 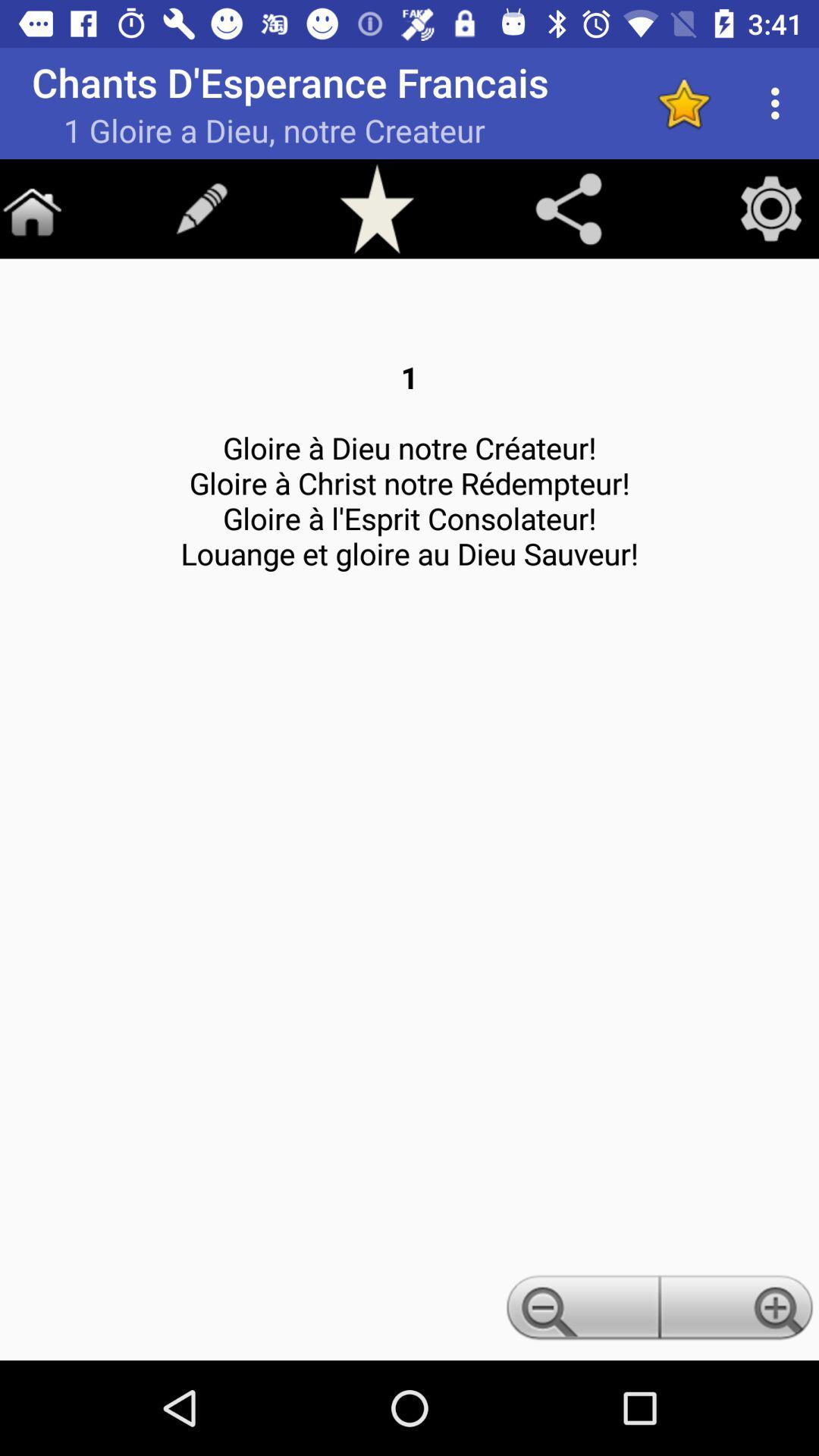 What do you see at coordinates (683, 102) in the screenshot?
I see `adding to favorite option` at bounding box center [683, 102].